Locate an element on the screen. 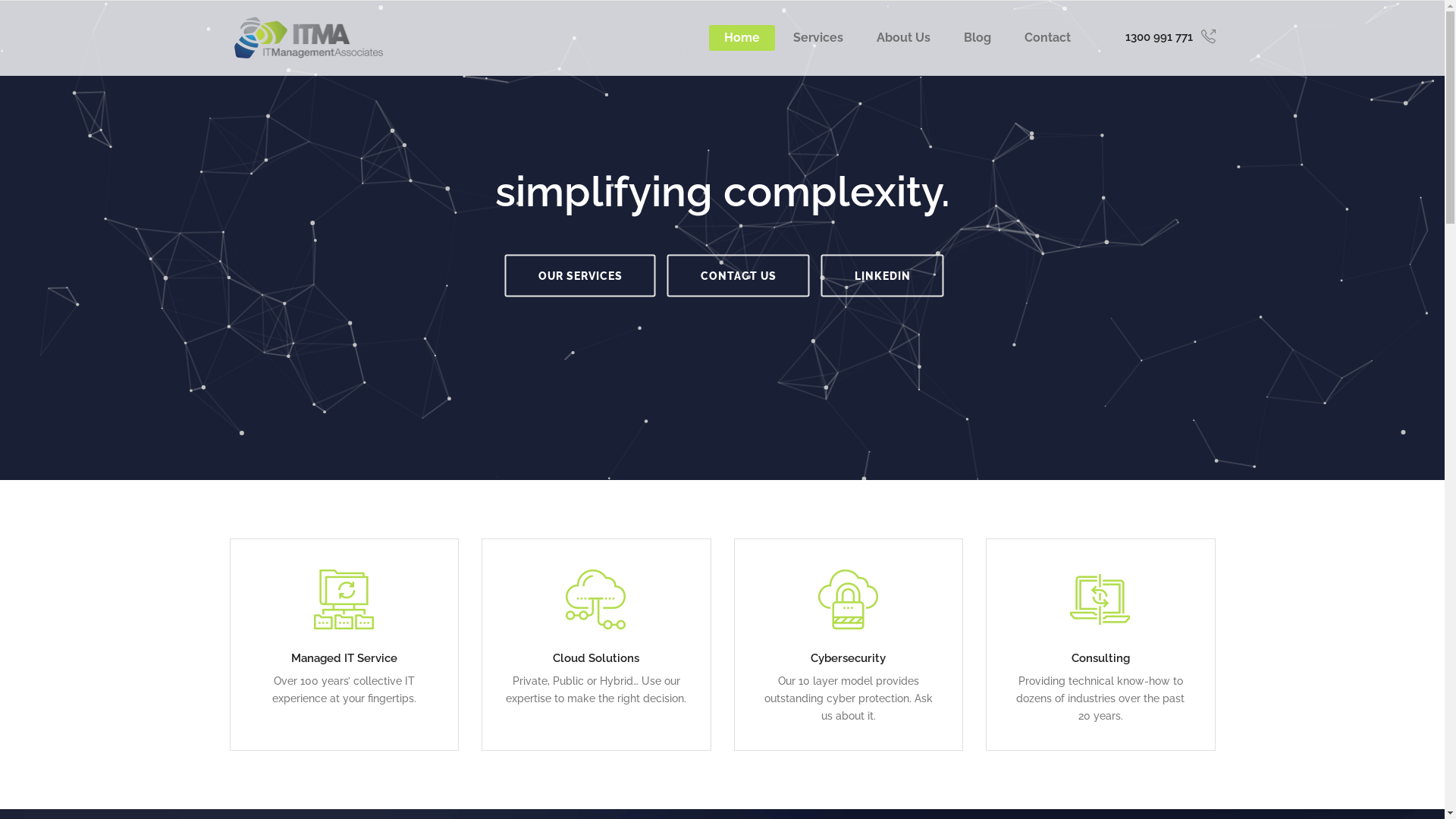 Image resolution: width=1456 pixels, height=819 pixels. 'Services' is located at coordinates (817, 37).